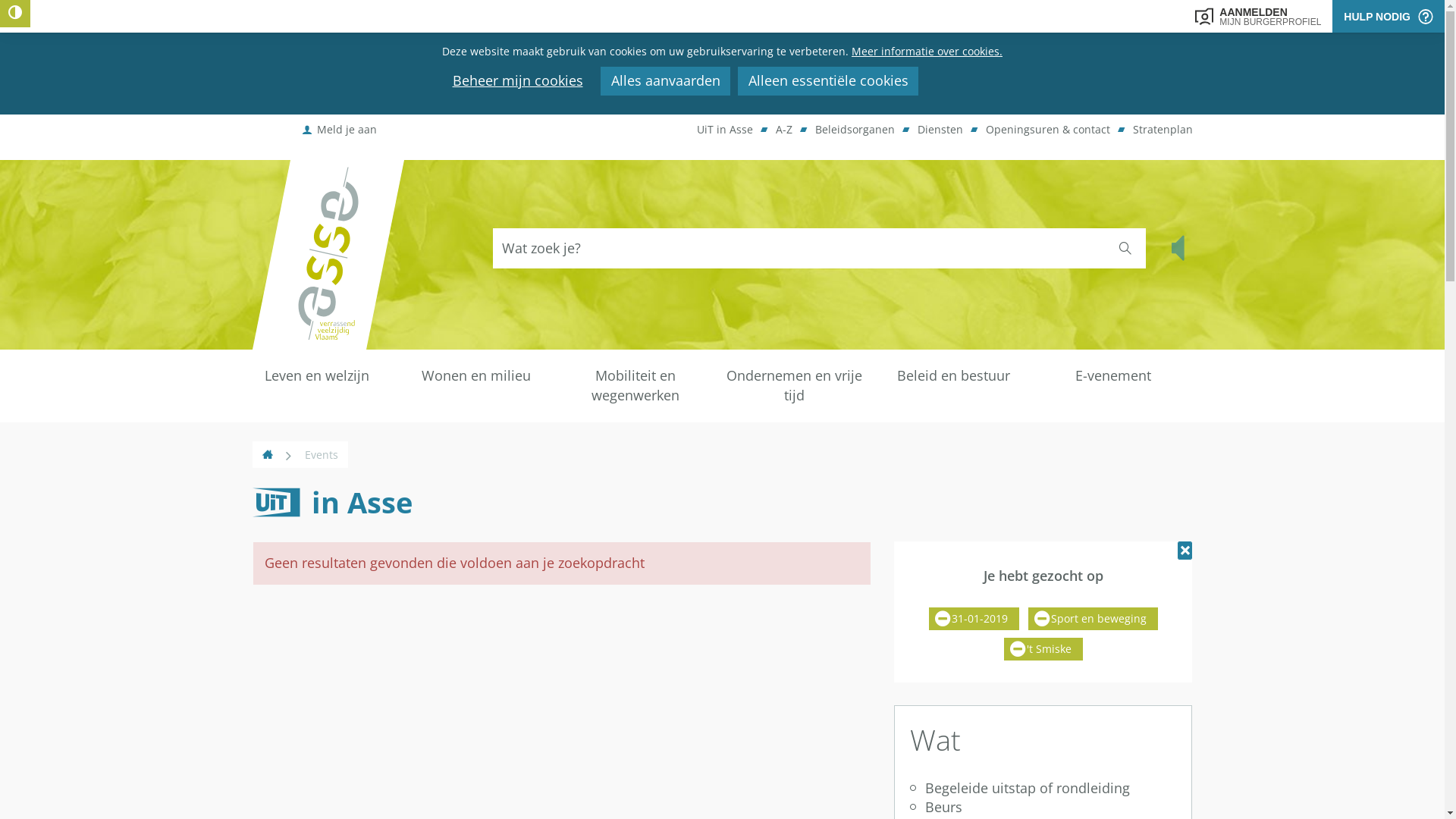  What do you see at coordinates (475, 375) in the screenshot?
I see `'Wonen en milieu'` at bounding box center [475, 375].